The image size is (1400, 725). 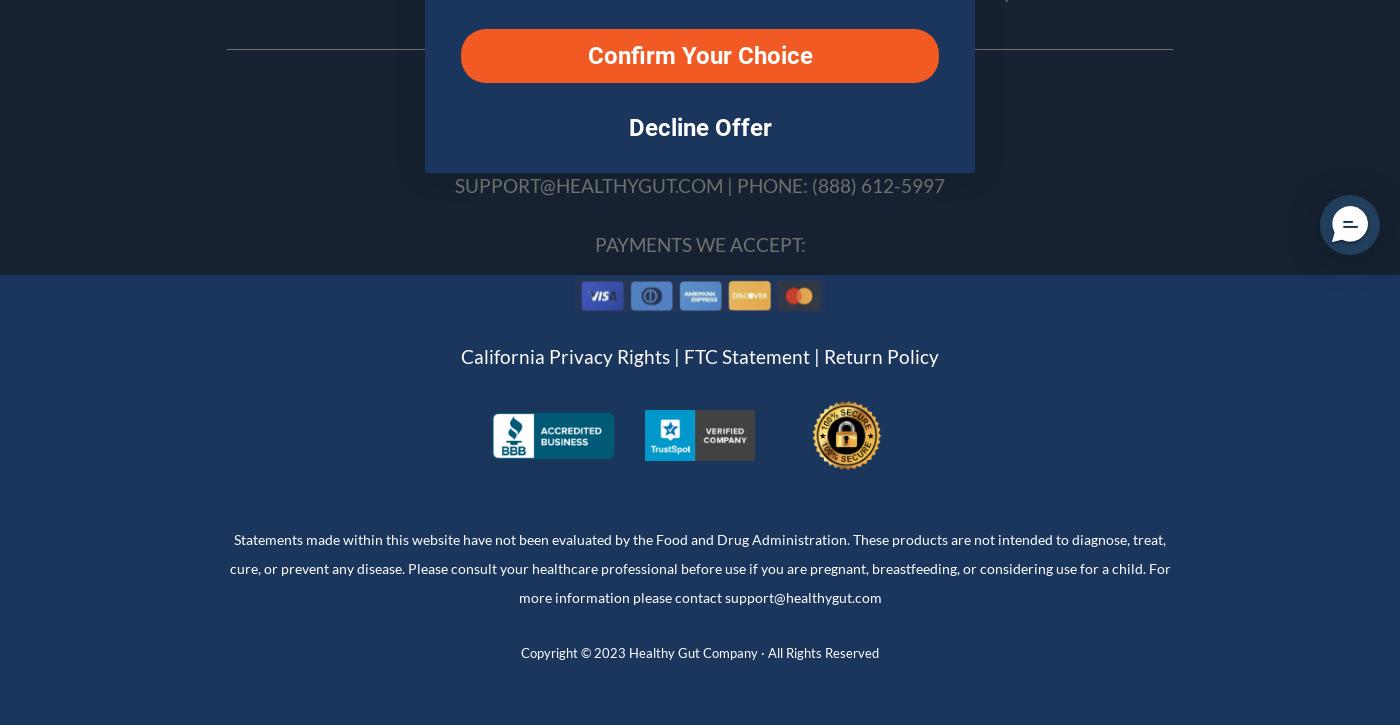 What do you see at coordinates (520, 650) in the screenshot?
I see `'Copyright © 2023 Healthy Gut Company · All Rights Reserved'` at bounding box center [520, 650].